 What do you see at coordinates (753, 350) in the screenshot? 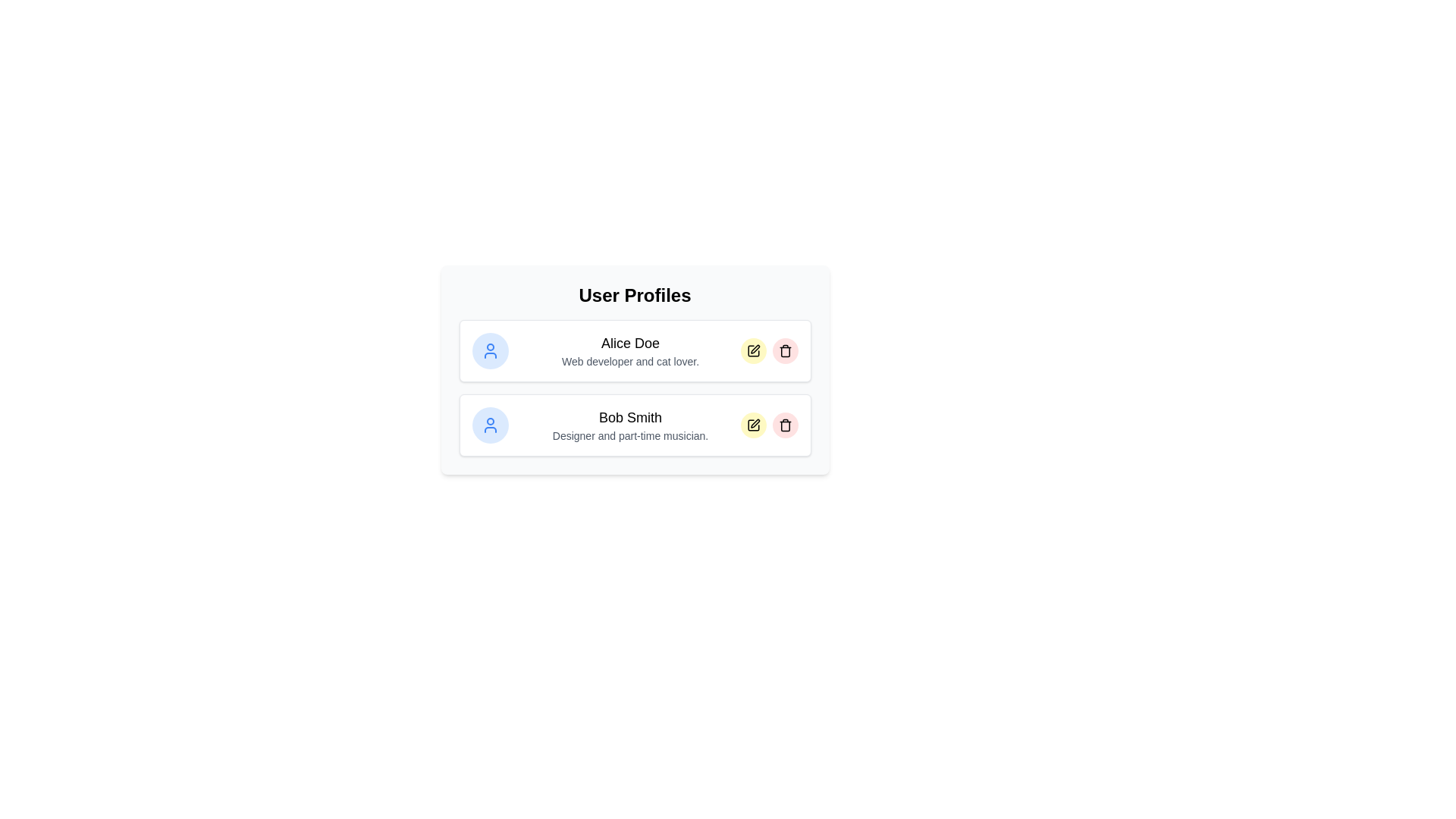
I see `edit button for the profile Alice Doe` at bounding box center [753, 350].